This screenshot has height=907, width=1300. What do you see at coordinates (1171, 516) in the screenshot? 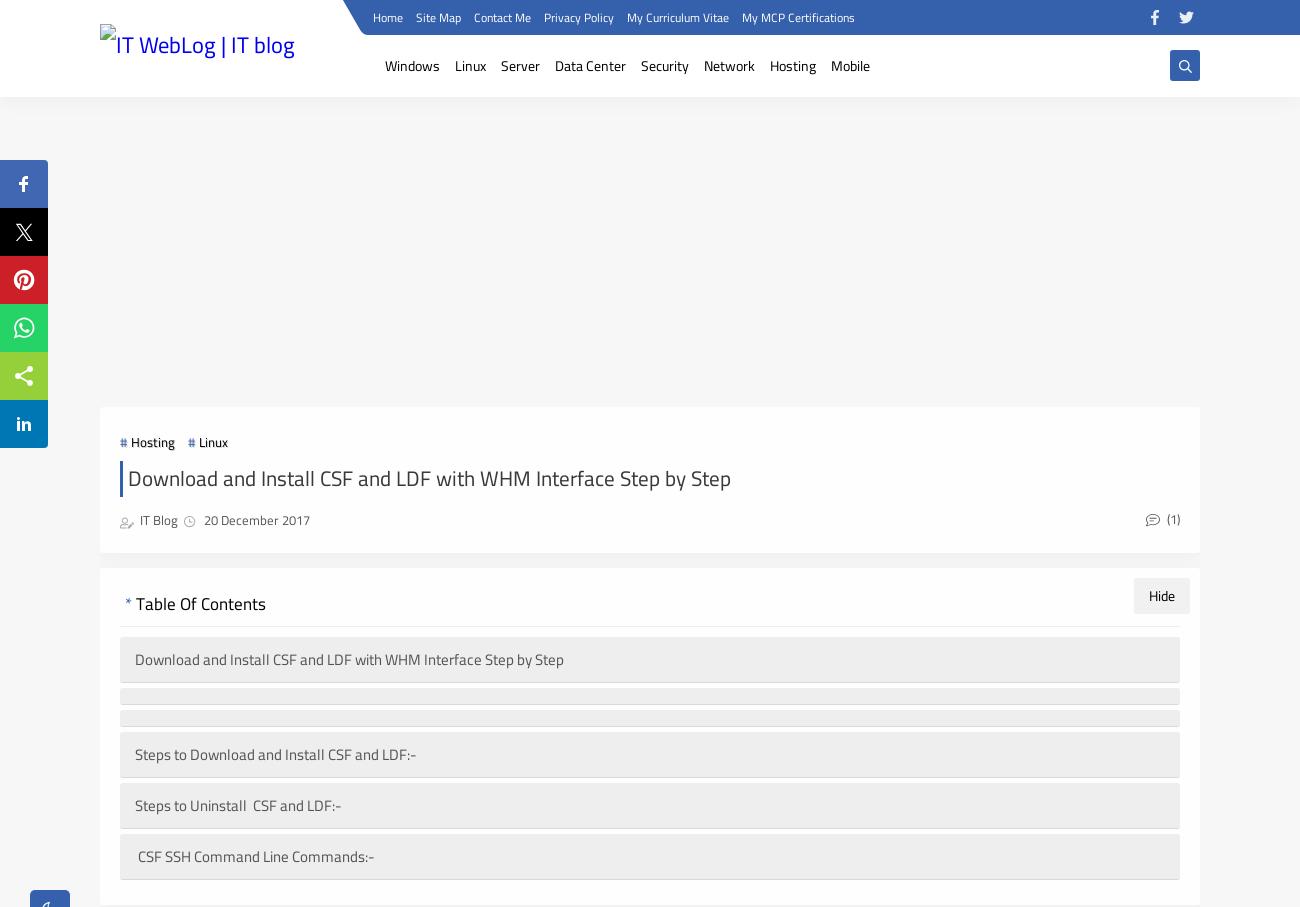
I see `'(1)'` at bounding box center [1171, 516].